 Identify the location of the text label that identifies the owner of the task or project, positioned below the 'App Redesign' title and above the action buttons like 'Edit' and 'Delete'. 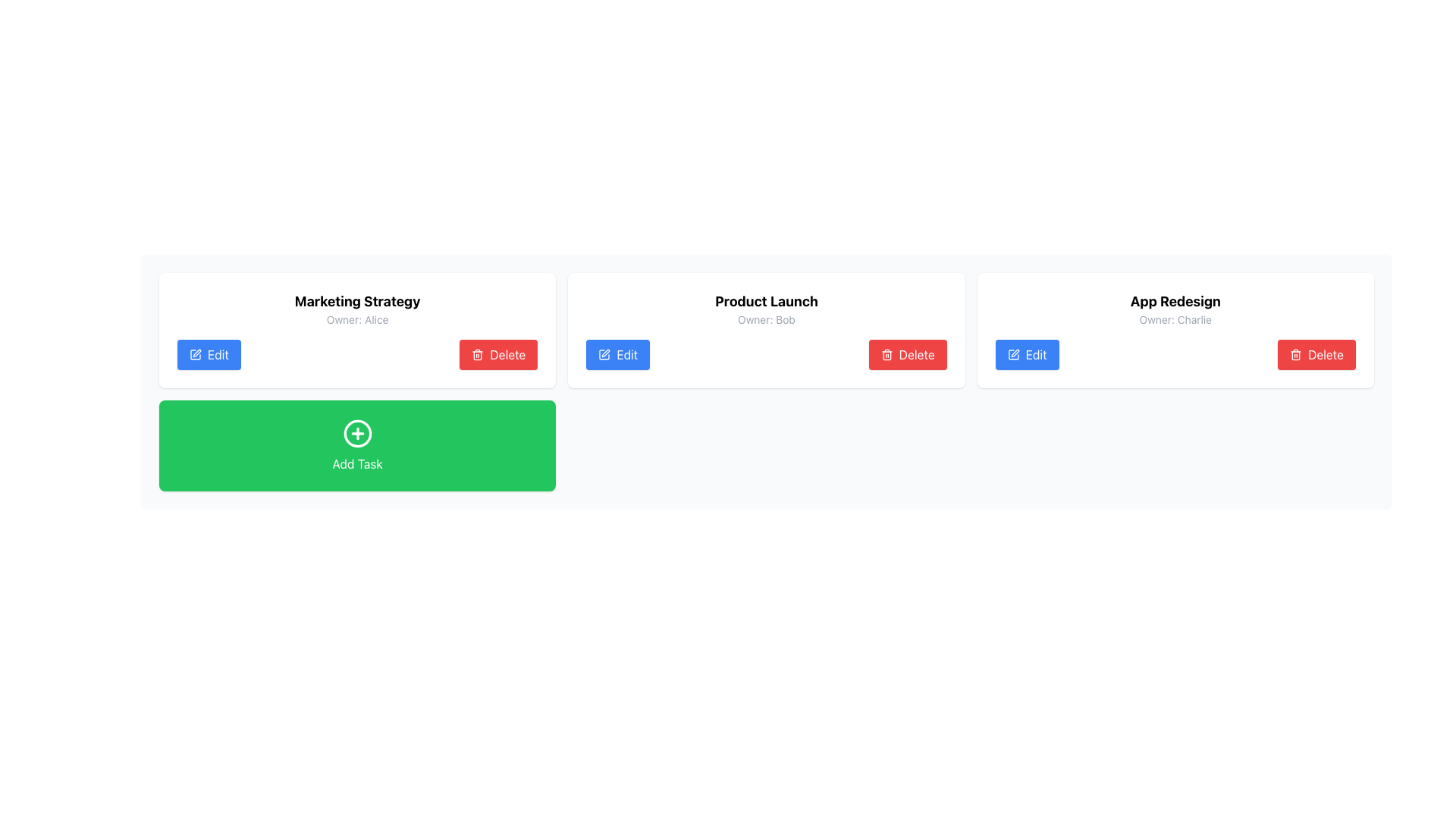
(1175, 318).